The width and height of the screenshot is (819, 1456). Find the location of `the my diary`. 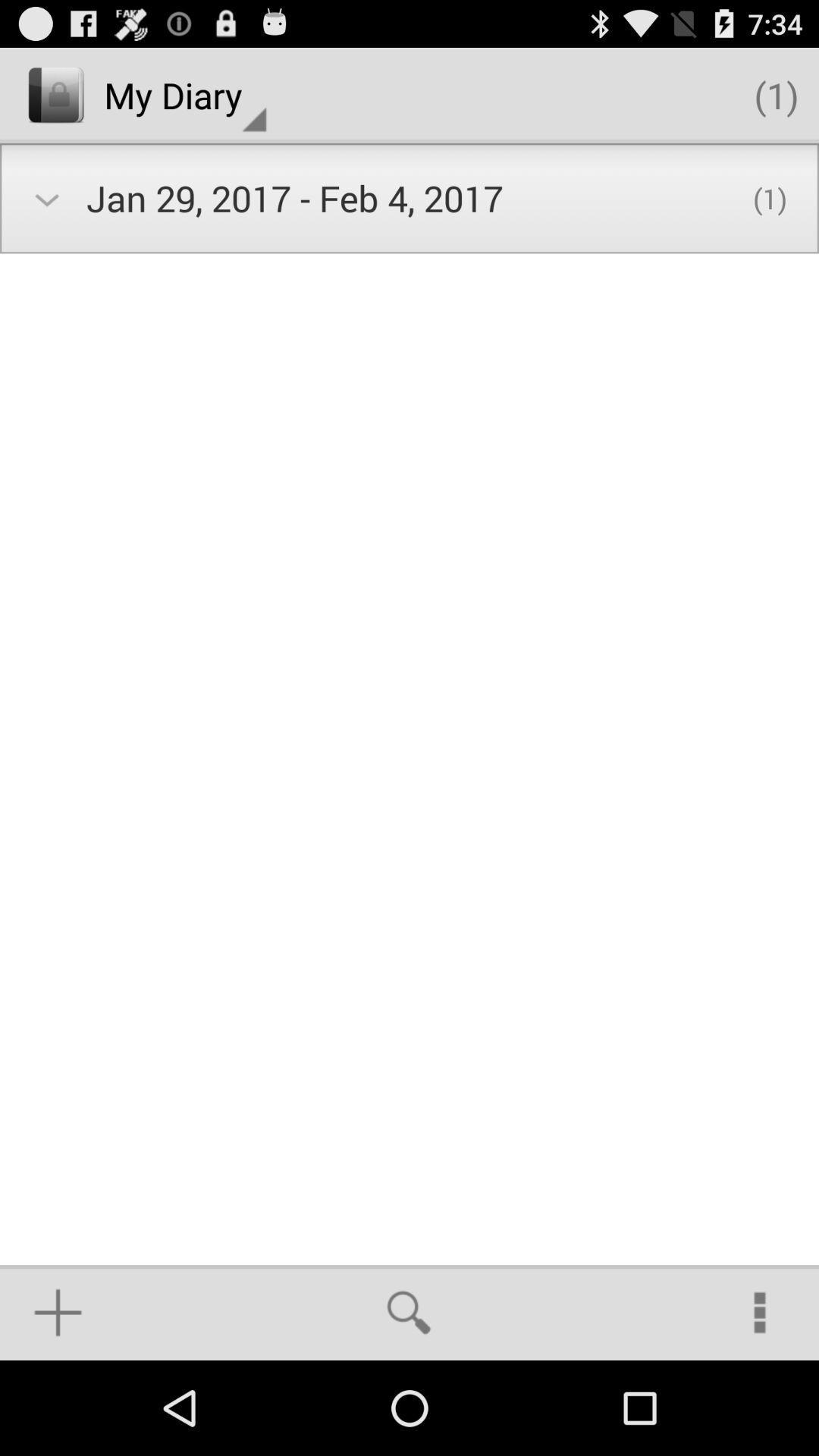

the my diary is located at coordinates (184, 94).